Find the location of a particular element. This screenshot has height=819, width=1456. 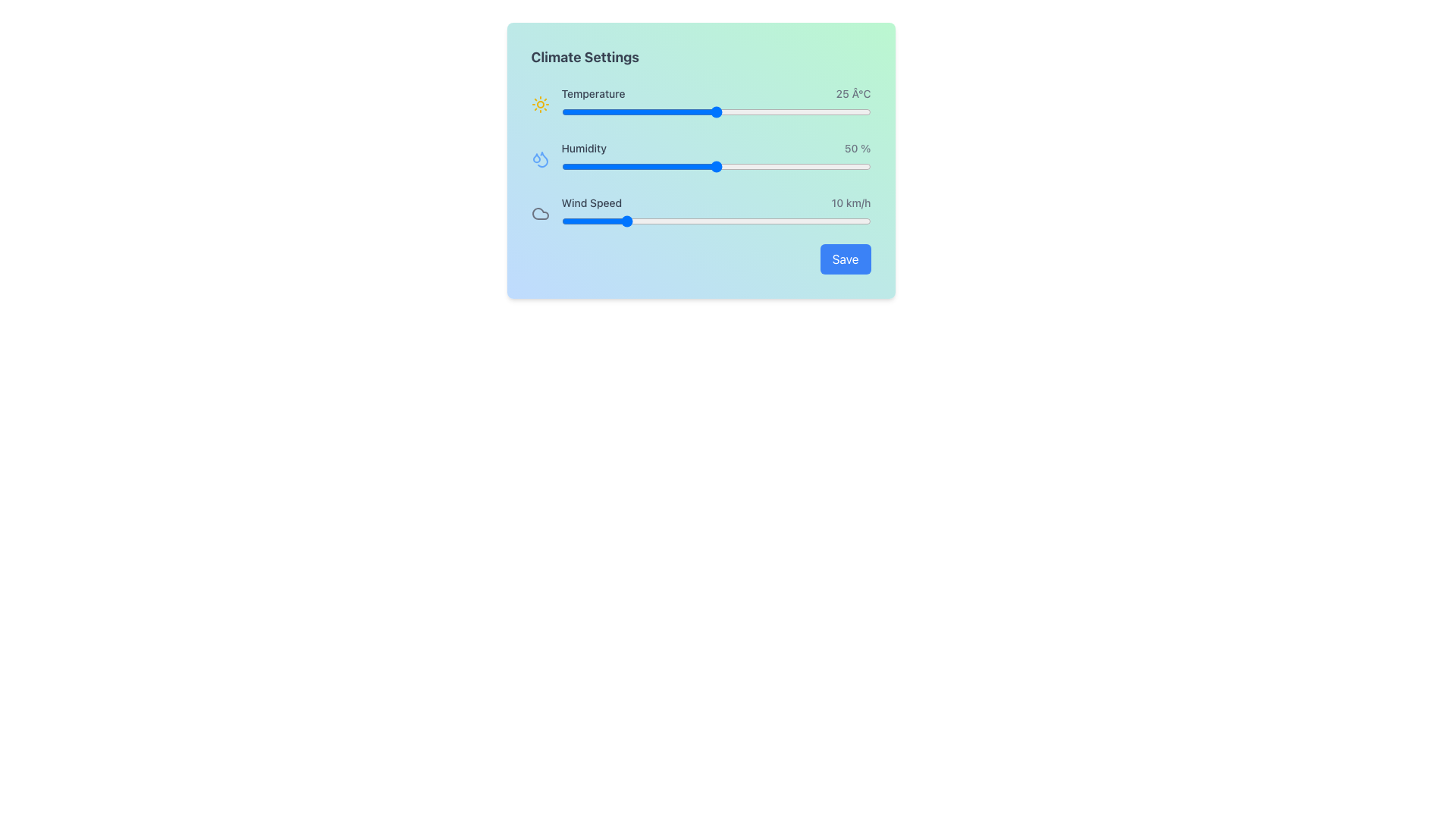

the temperature slider is located at coordinates (697, 111).